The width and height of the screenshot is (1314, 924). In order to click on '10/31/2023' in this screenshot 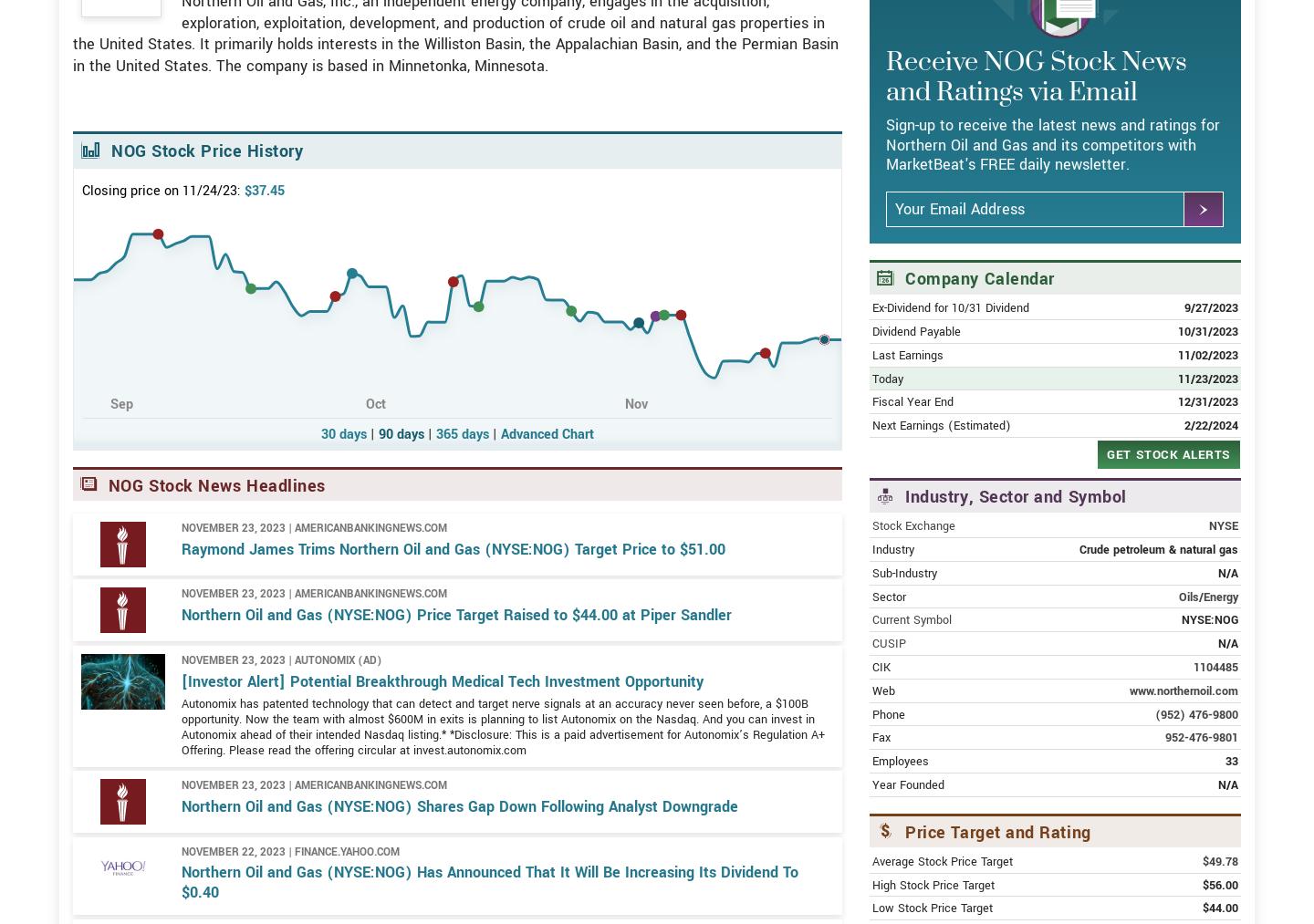, I will do `click(1205, 395)`.